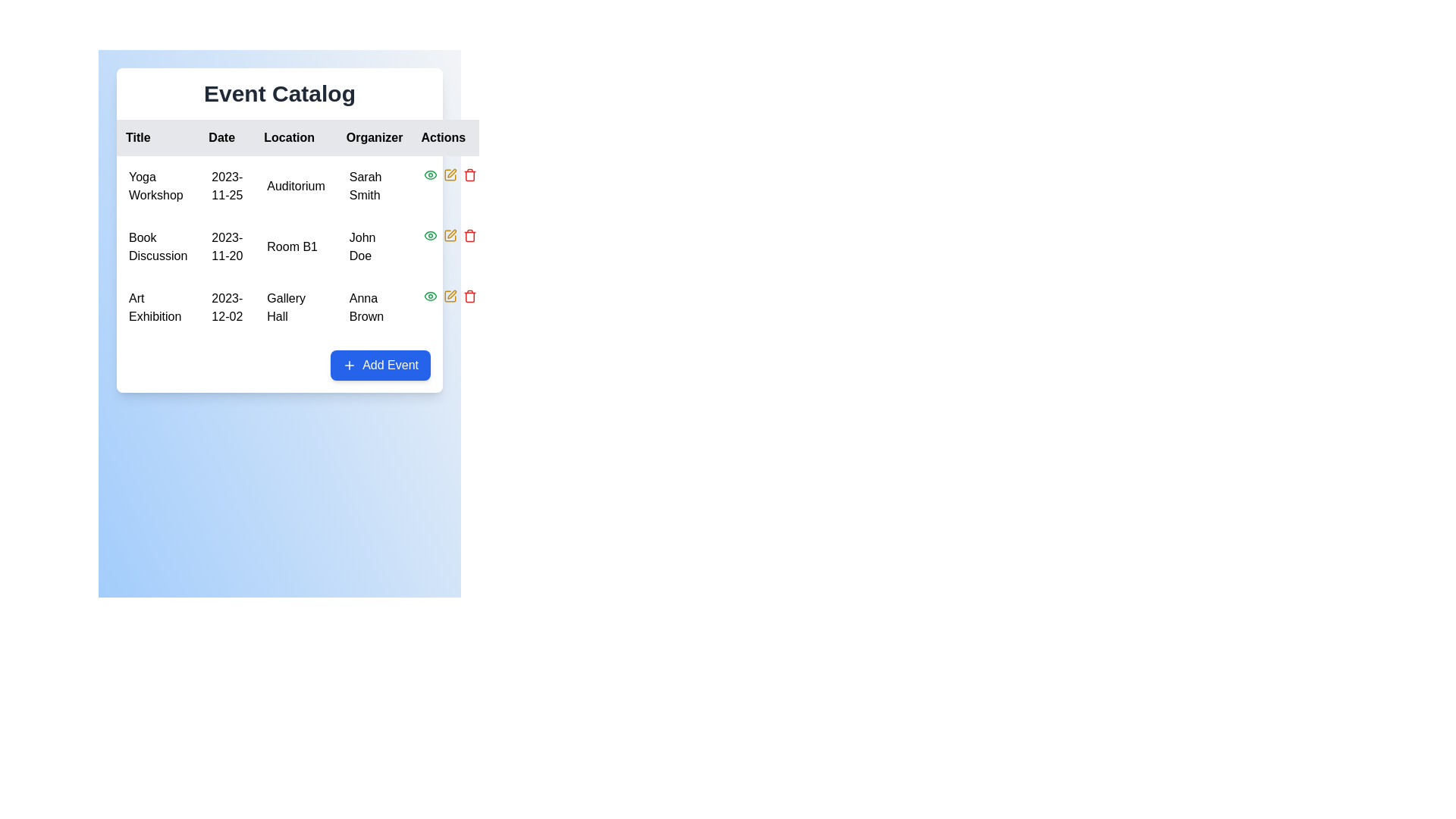 The image size is (1456, 819). I want to click on the static text element displaying the title 'Yoga Workshop' located in the first row under the 'Title' column of the table, so click(158, 186).